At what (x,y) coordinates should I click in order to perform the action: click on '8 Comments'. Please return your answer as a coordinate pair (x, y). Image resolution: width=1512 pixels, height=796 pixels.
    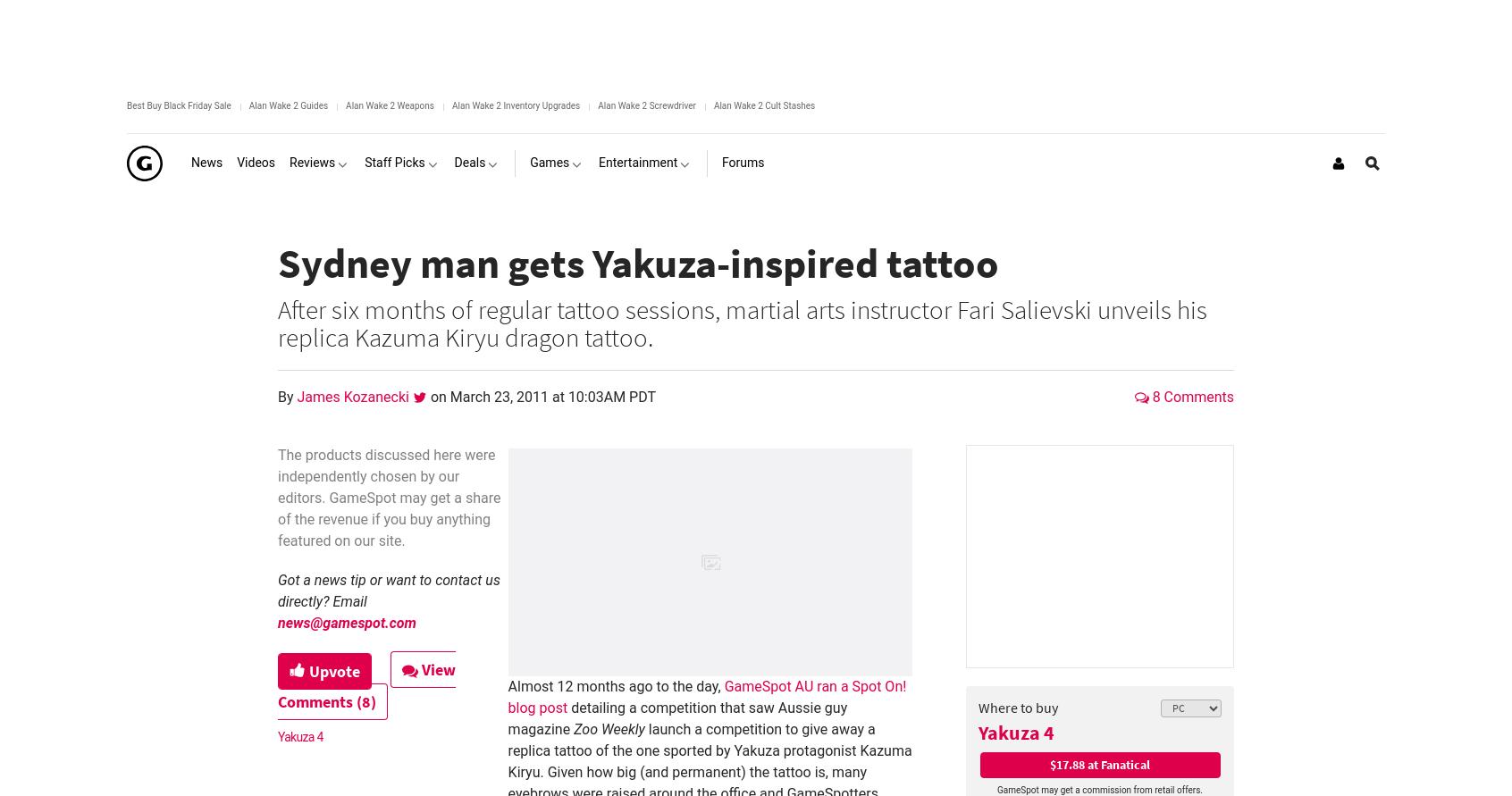
    Looking at the image, I should click on (1189, 397).